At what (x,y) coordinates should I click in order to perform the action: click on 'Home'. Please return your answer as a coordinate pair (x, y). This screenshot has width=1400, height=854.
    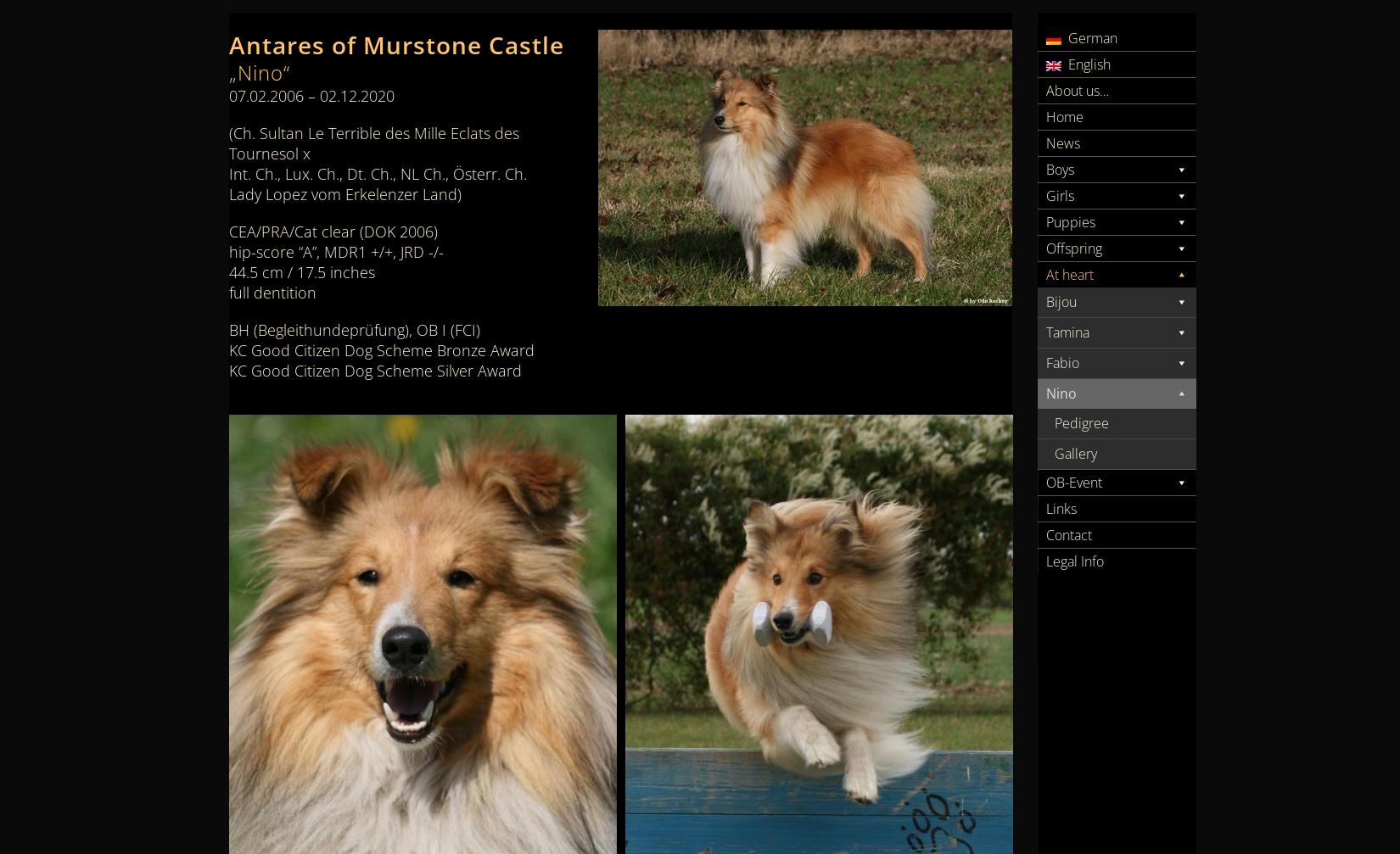
    Looking at the image, I should click on (1063, 116).